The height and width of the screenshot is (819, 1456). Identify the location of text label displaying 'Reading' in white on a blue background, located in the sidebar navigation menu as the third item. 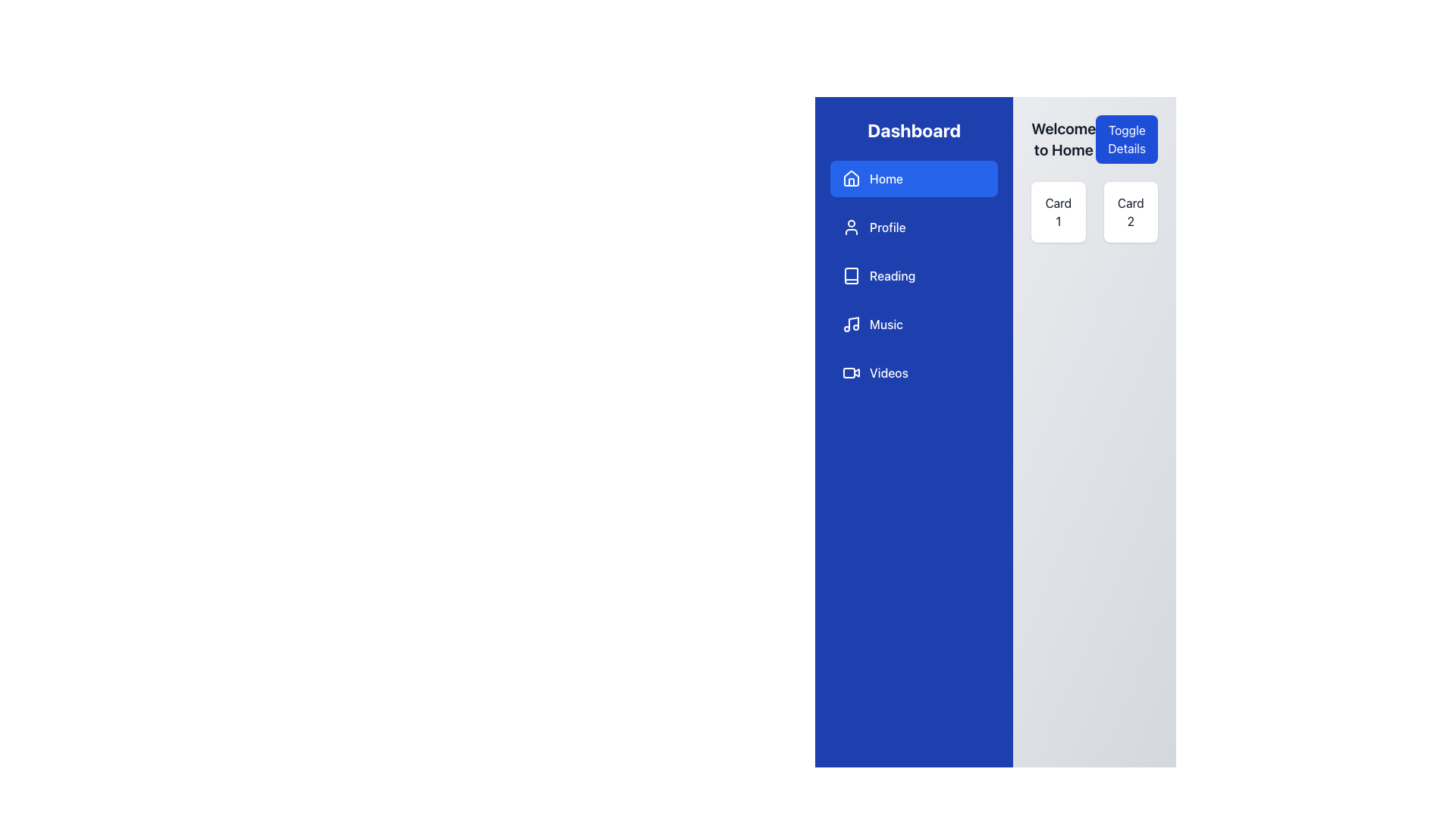
(893, 275).